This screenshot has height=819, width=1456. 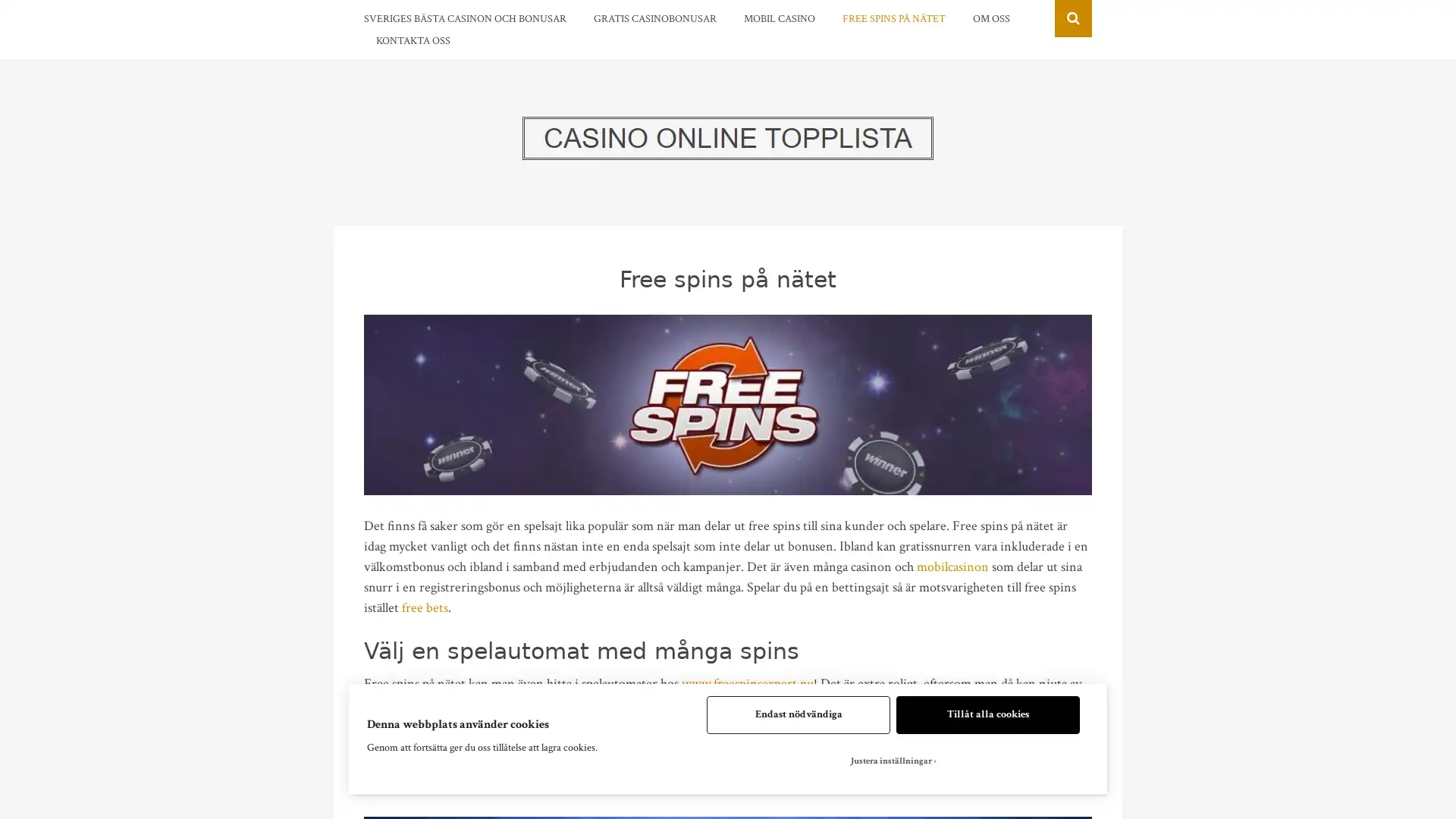 What do you see at coordinates (797, 714) in the screenshot?
I see `Endast nodvandiga` at bounding box center [797, 714].